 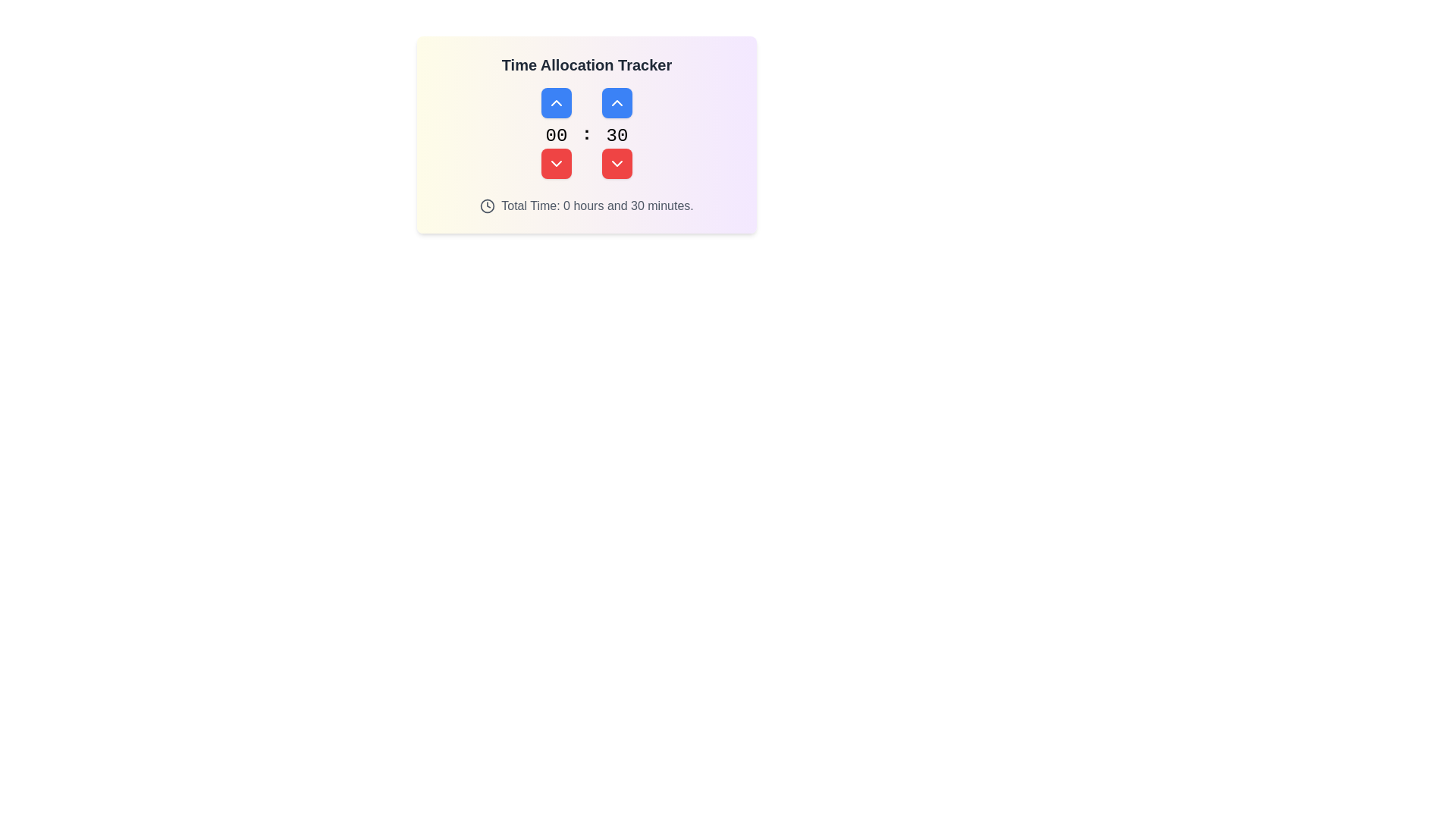 What do you see at coordinates (556, 102) in the screenshot?
I see `the first interactive button above the '00' text in the time allocation tracker to increment the hour value` at bounding box center [556, 102].